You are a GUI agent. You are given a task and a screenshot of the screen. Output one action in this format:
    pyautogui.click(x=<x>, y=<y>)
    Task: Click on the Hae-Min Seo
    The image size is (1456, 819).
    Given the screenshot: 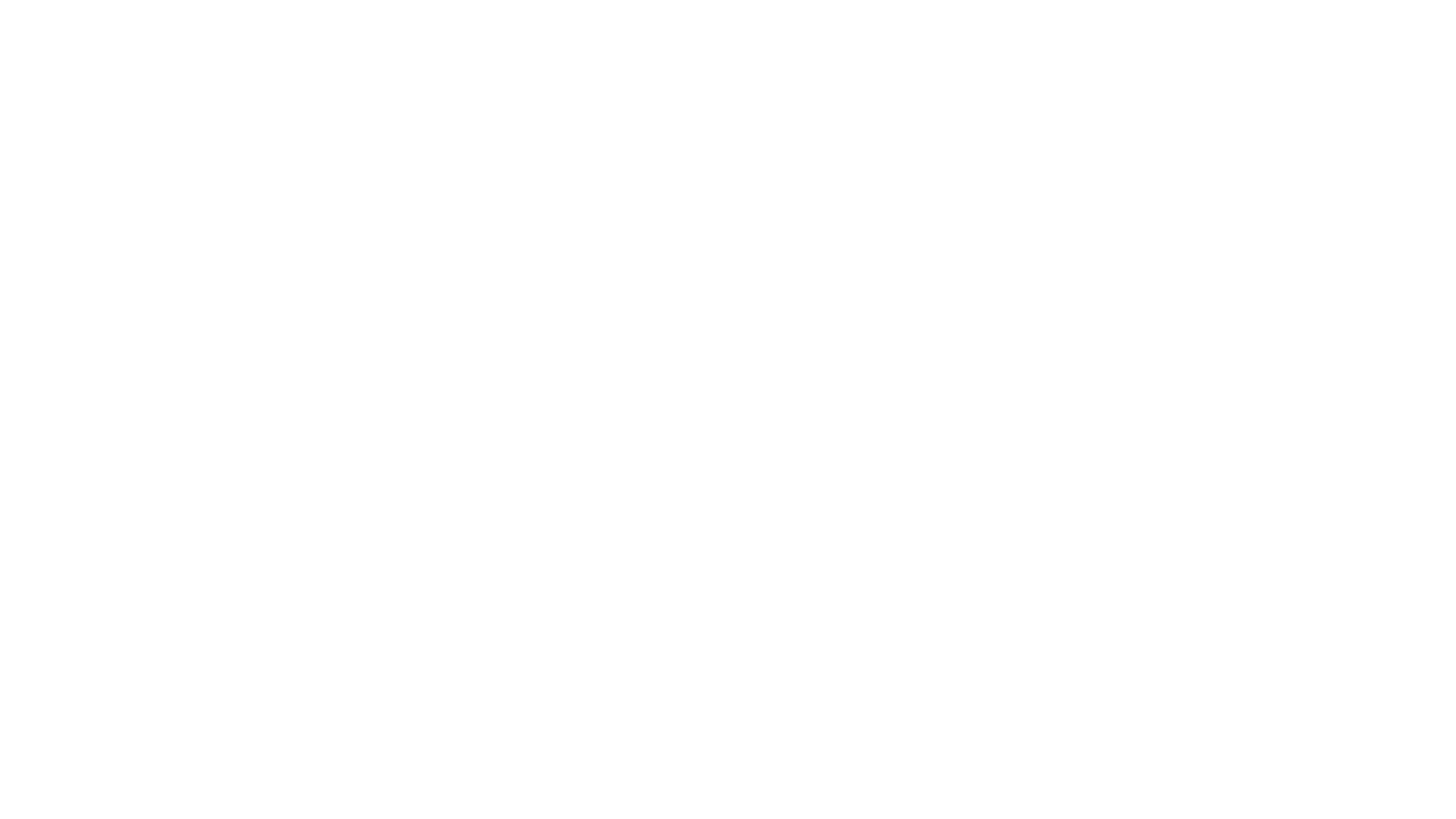 What is the action you would take?
    pyautogui.click(x=779, y=197)
    